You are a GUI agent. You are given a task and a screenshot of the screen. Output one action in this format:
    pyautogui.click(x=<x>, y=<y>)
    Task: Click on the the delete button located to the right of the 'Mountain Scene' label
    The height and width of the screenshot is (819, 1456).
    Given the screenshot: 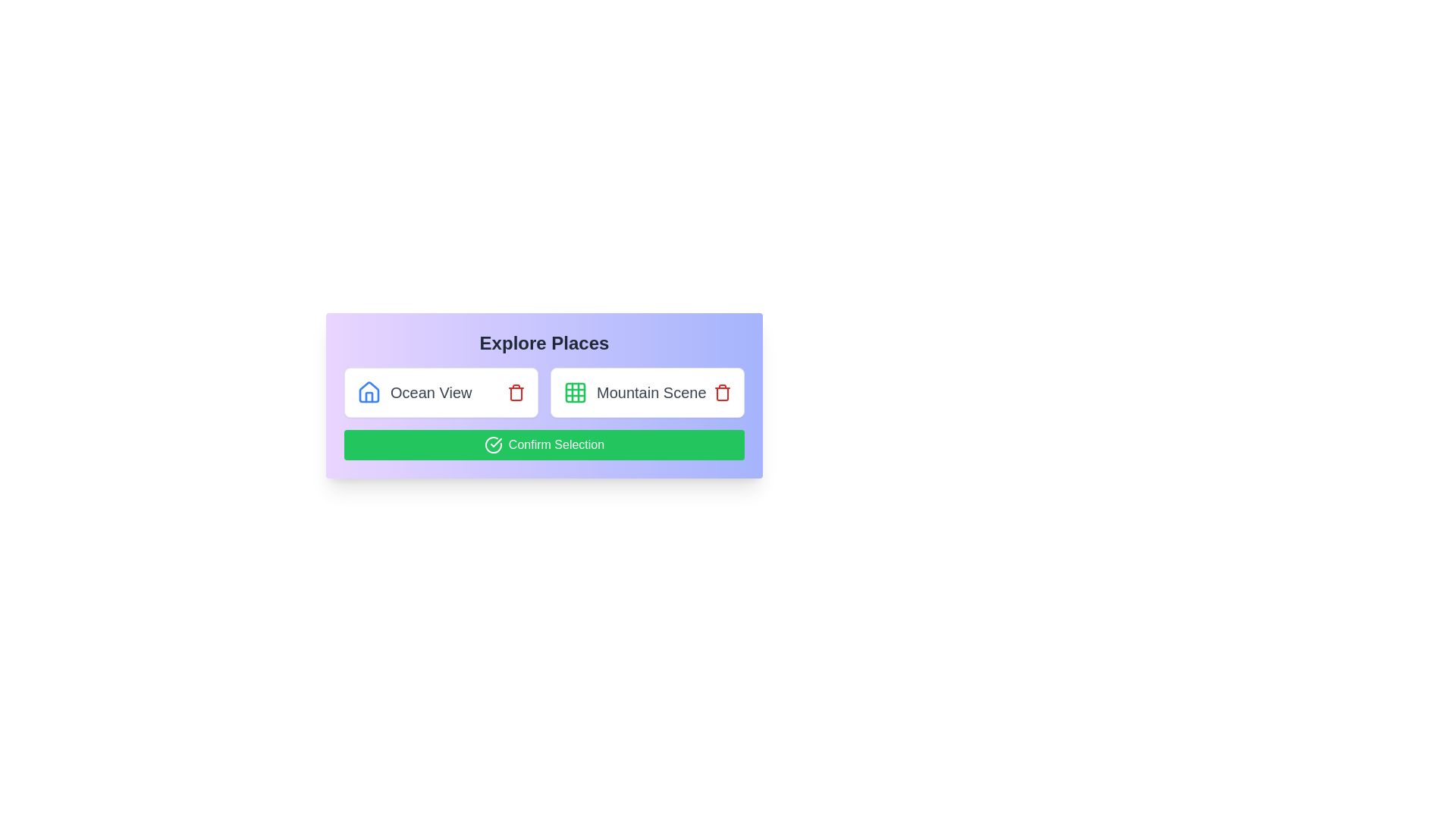 What is the action you would take?
    pyautogui.click(x=722, y=391)
    